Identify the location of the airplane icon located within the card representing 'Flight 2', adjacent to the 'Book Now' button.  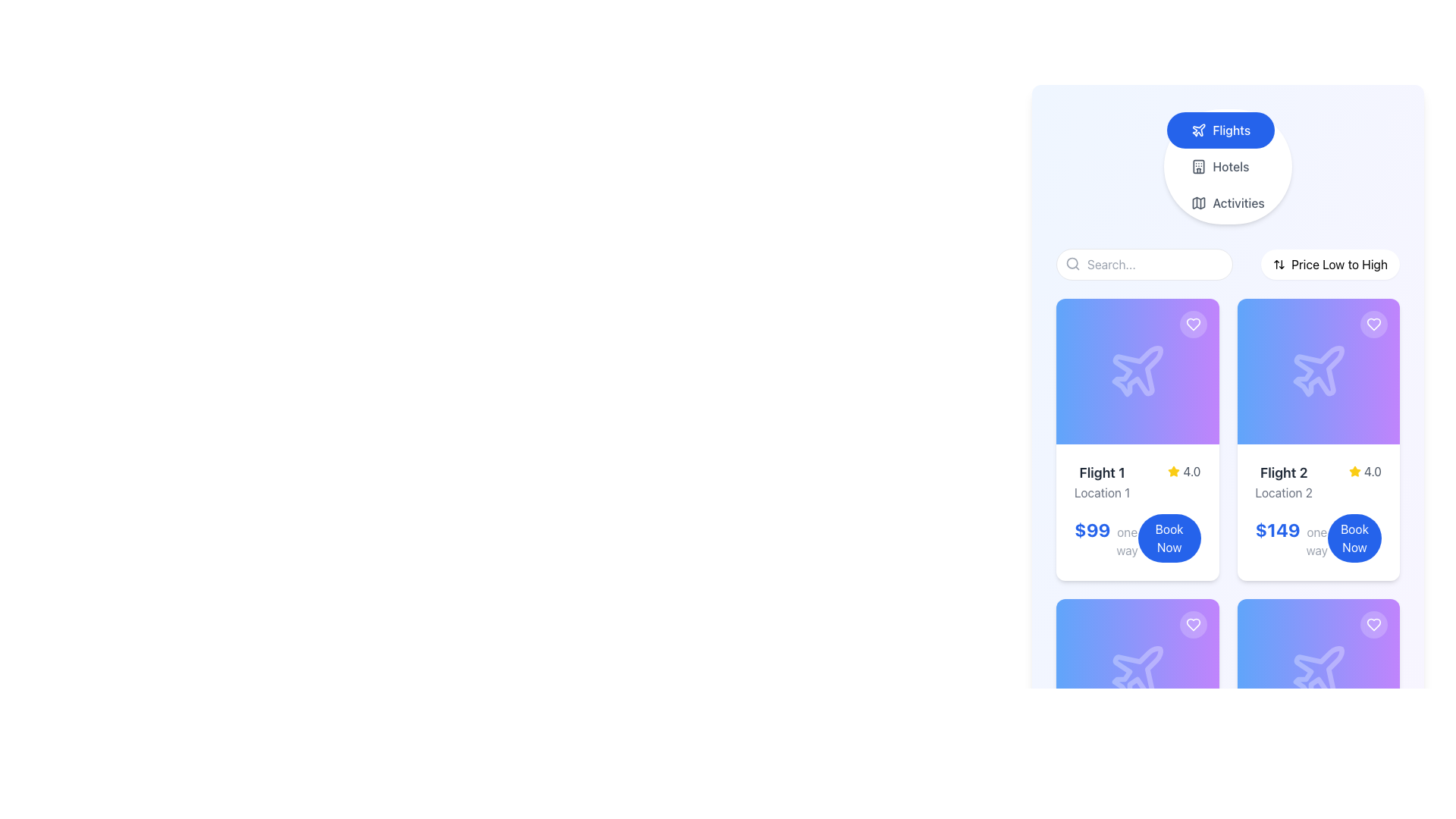
(1318, 371).